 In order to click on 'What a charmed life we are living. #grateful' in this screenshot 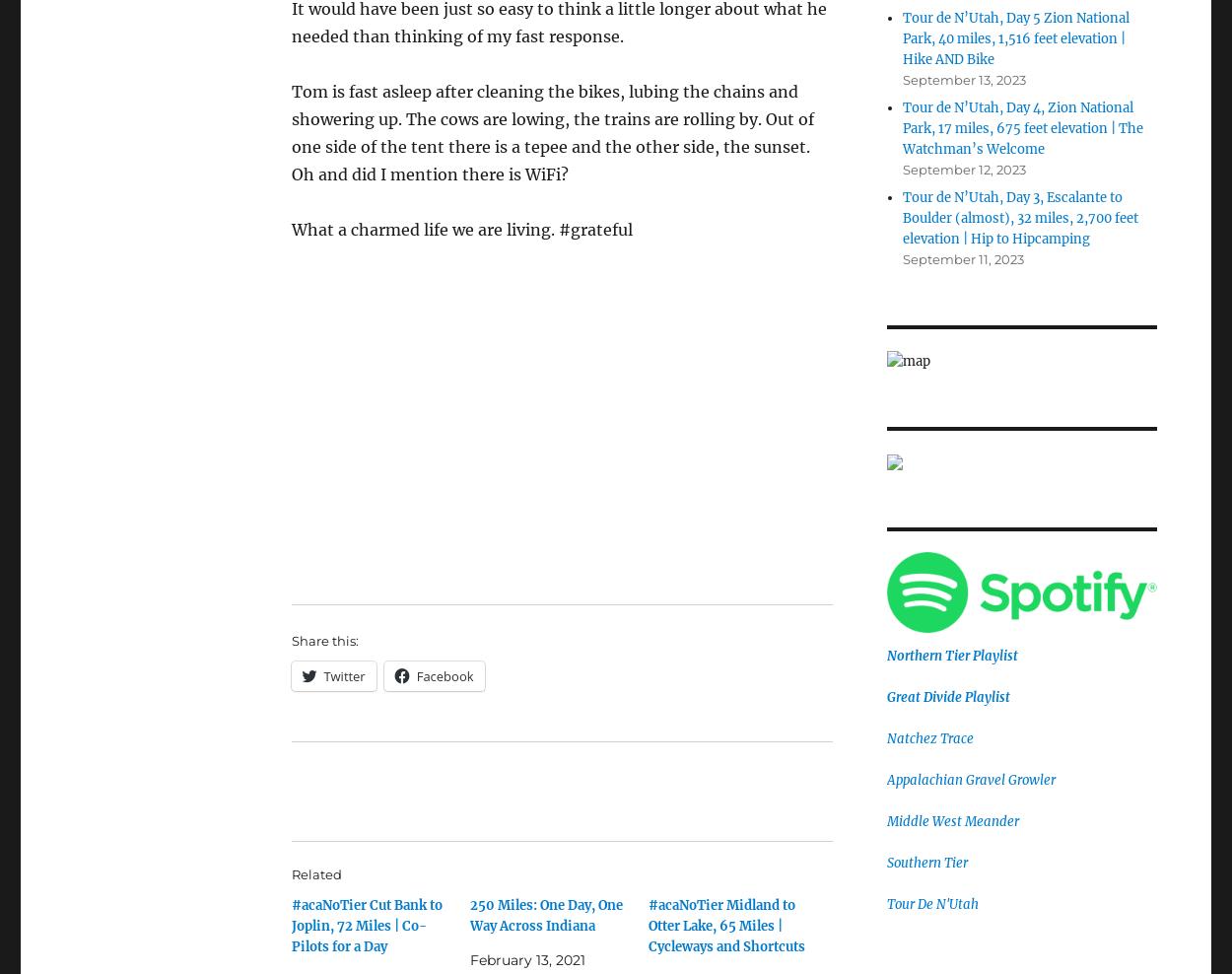, I will do `click(291, 229)`.